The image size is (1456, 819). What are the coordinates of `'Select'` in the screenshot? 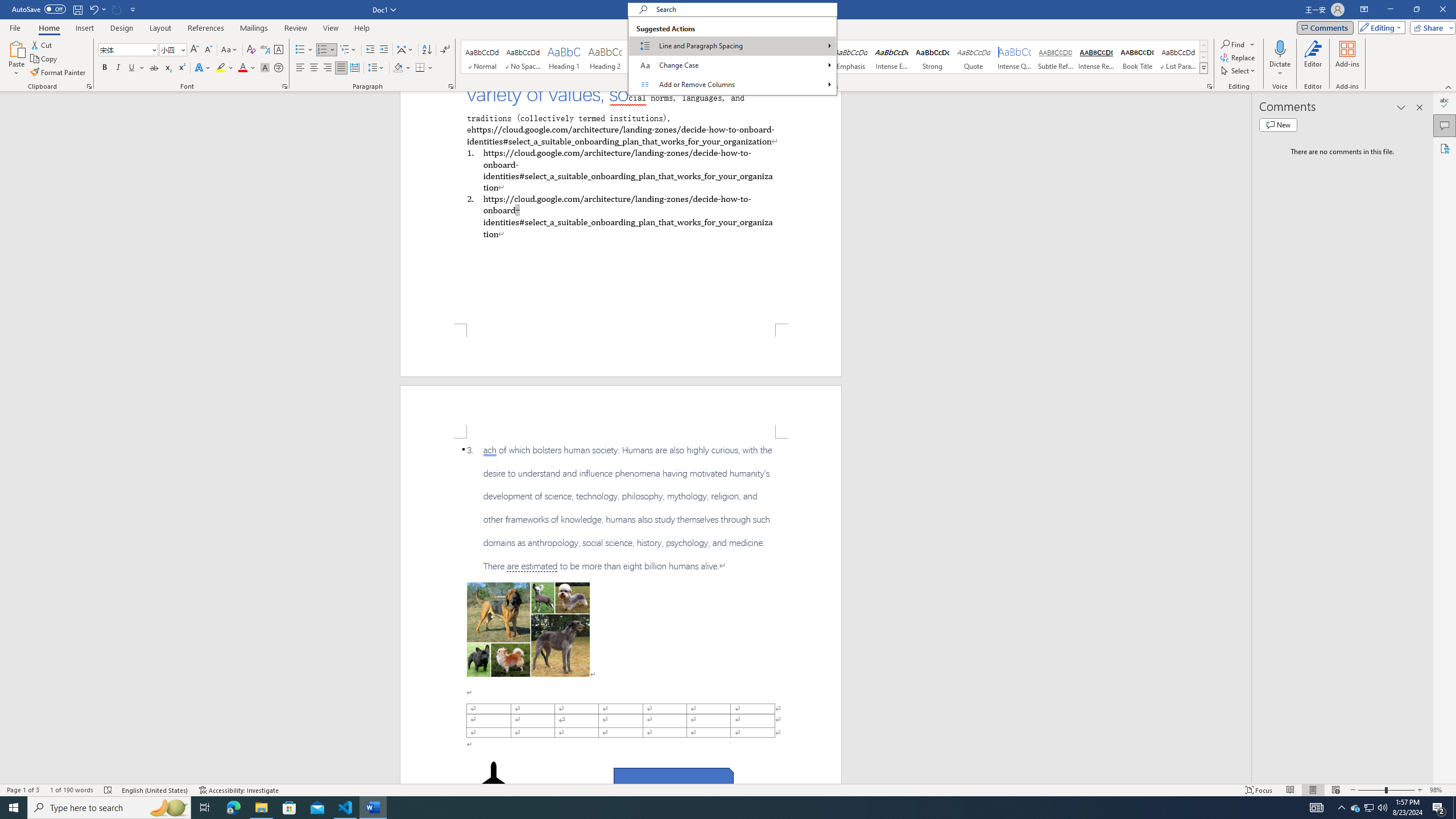 It's located at (1238, 69).